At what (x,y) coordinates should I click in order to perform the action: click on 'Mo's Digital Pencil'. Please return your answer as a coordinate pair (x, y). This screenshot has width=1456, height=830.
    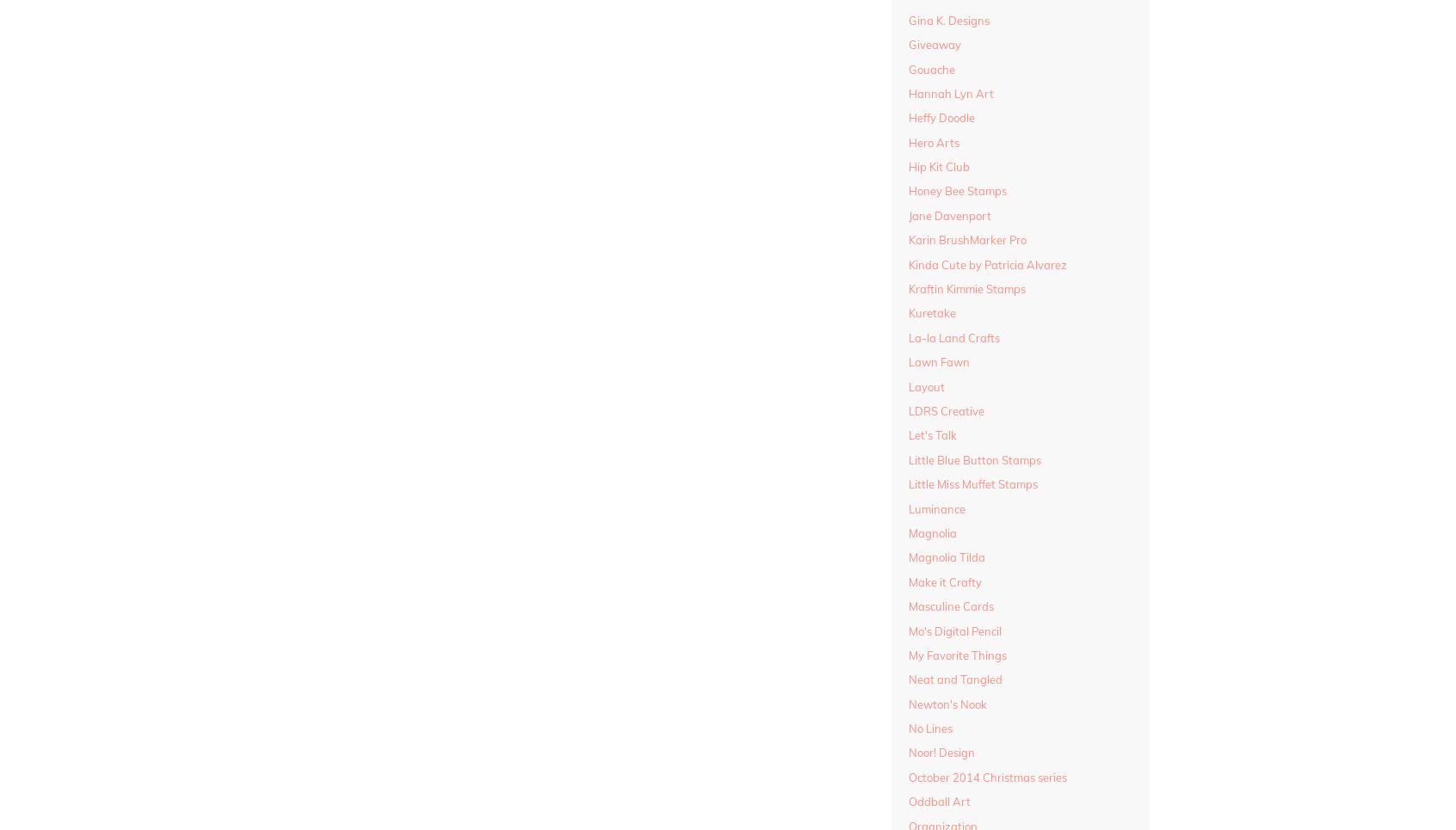
    Looking at the image, I should click on (906, 630).